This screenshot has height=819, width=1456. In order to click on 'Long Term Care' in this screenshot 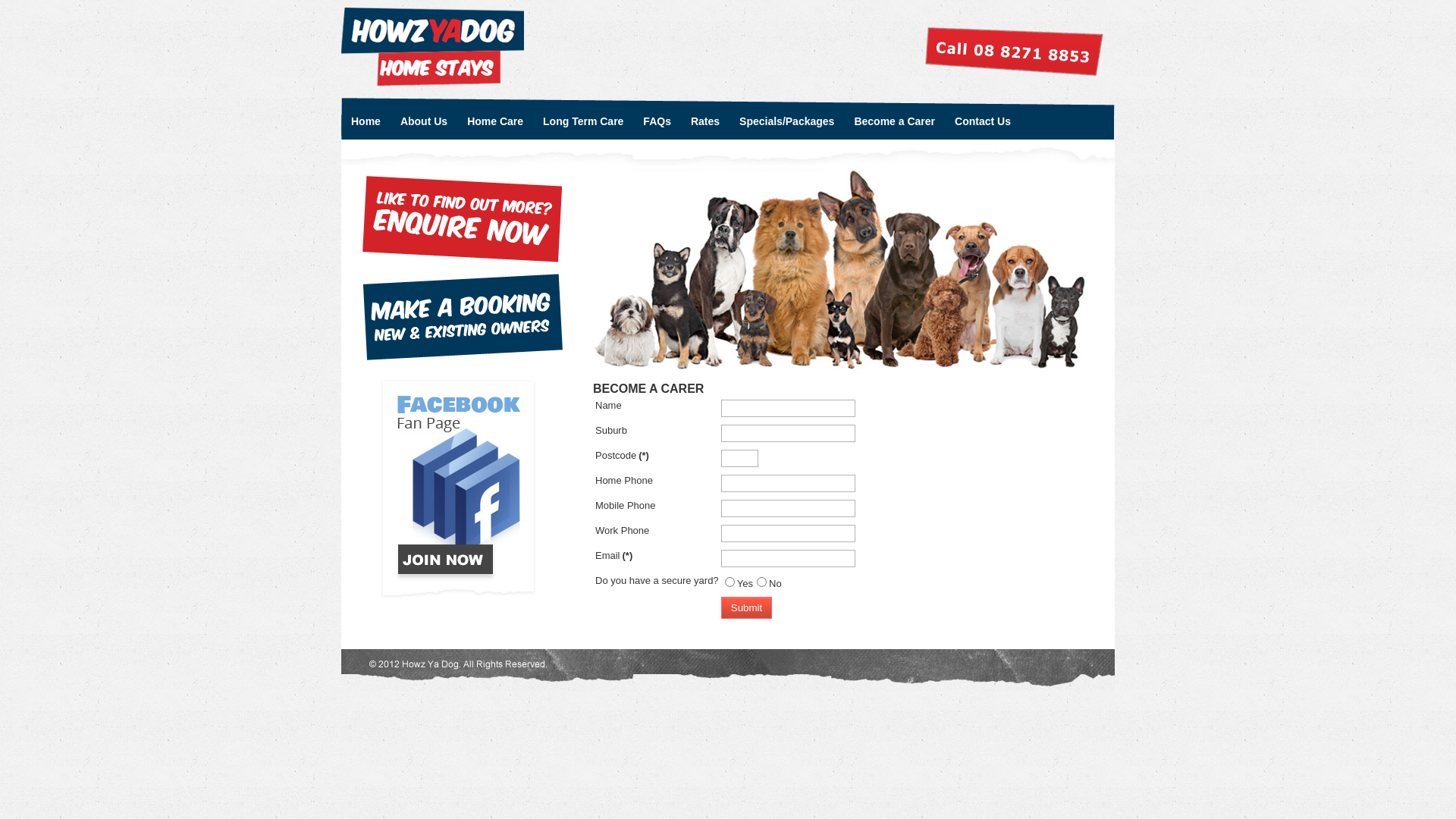, I will do `click(582, 117)`.